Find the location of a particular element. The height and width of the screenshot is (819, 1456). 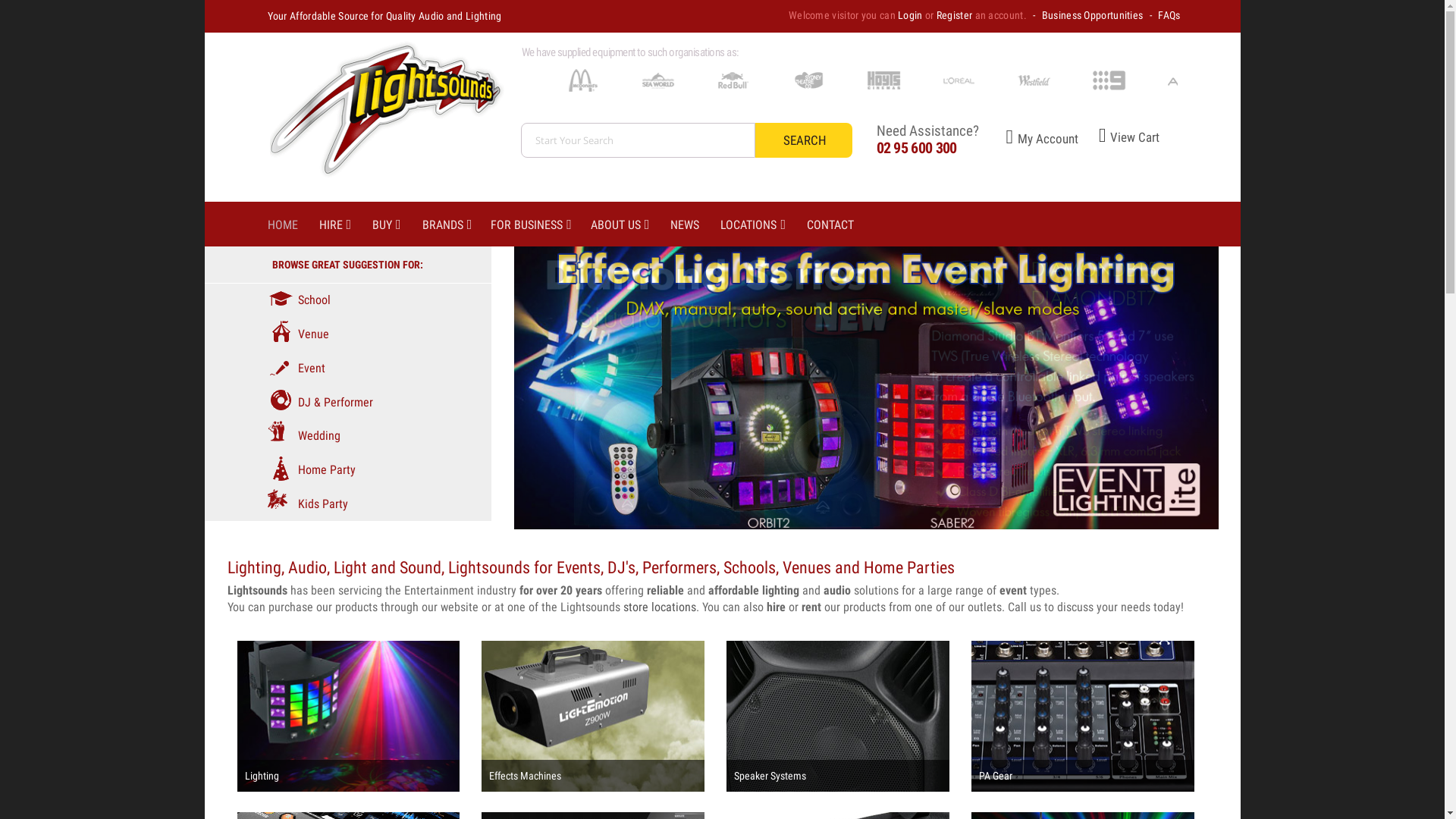

'Business Opportunities' is located at coordinates (1092, 14).